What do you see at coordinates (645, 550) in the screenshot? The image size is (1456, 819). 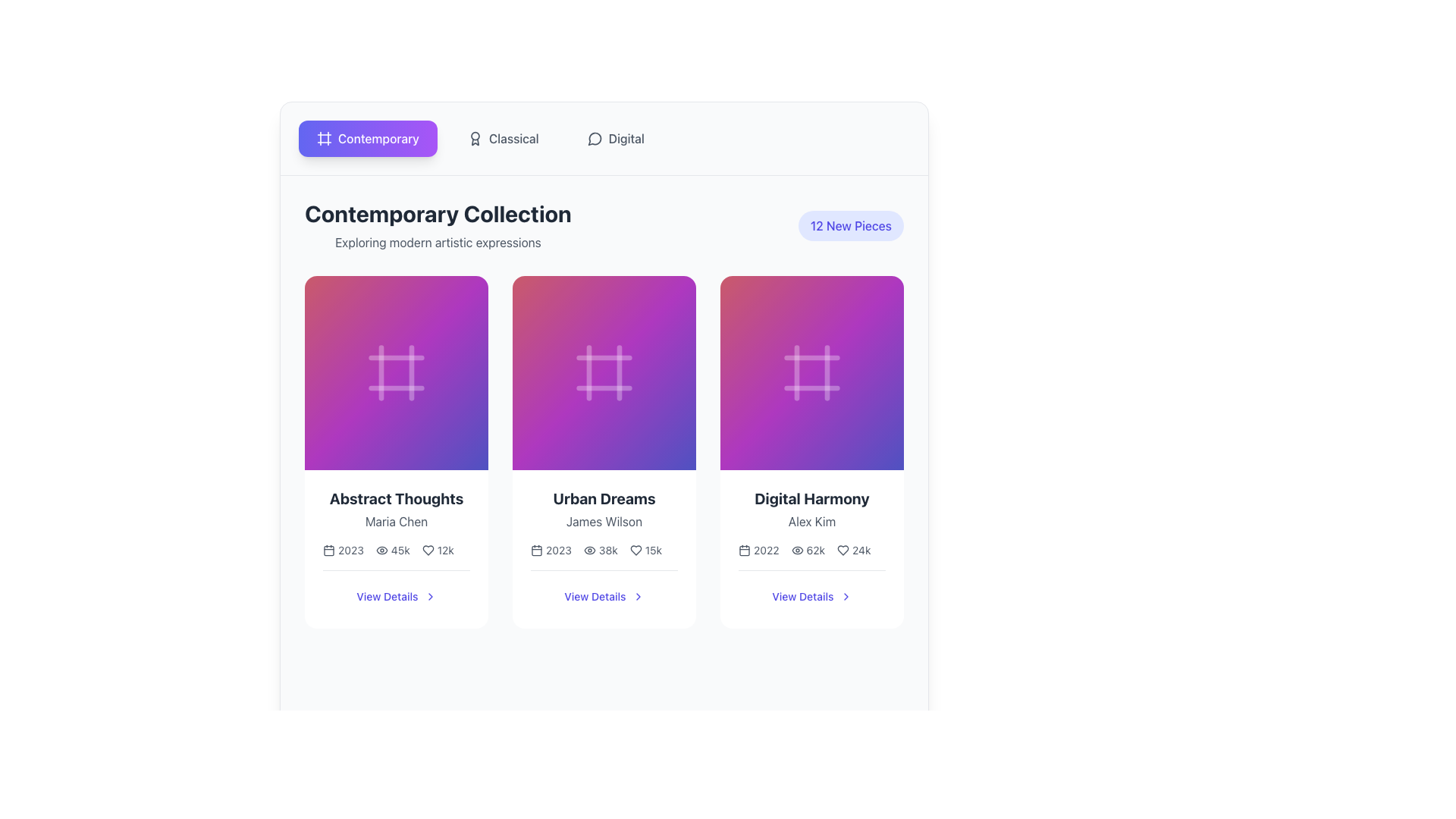 I see `the visual statistics display showing the popularity metric '15k' for the 'Urban Dreams' card, which is the third element in a sequence of informational elements` at bounding box center [645, 550].